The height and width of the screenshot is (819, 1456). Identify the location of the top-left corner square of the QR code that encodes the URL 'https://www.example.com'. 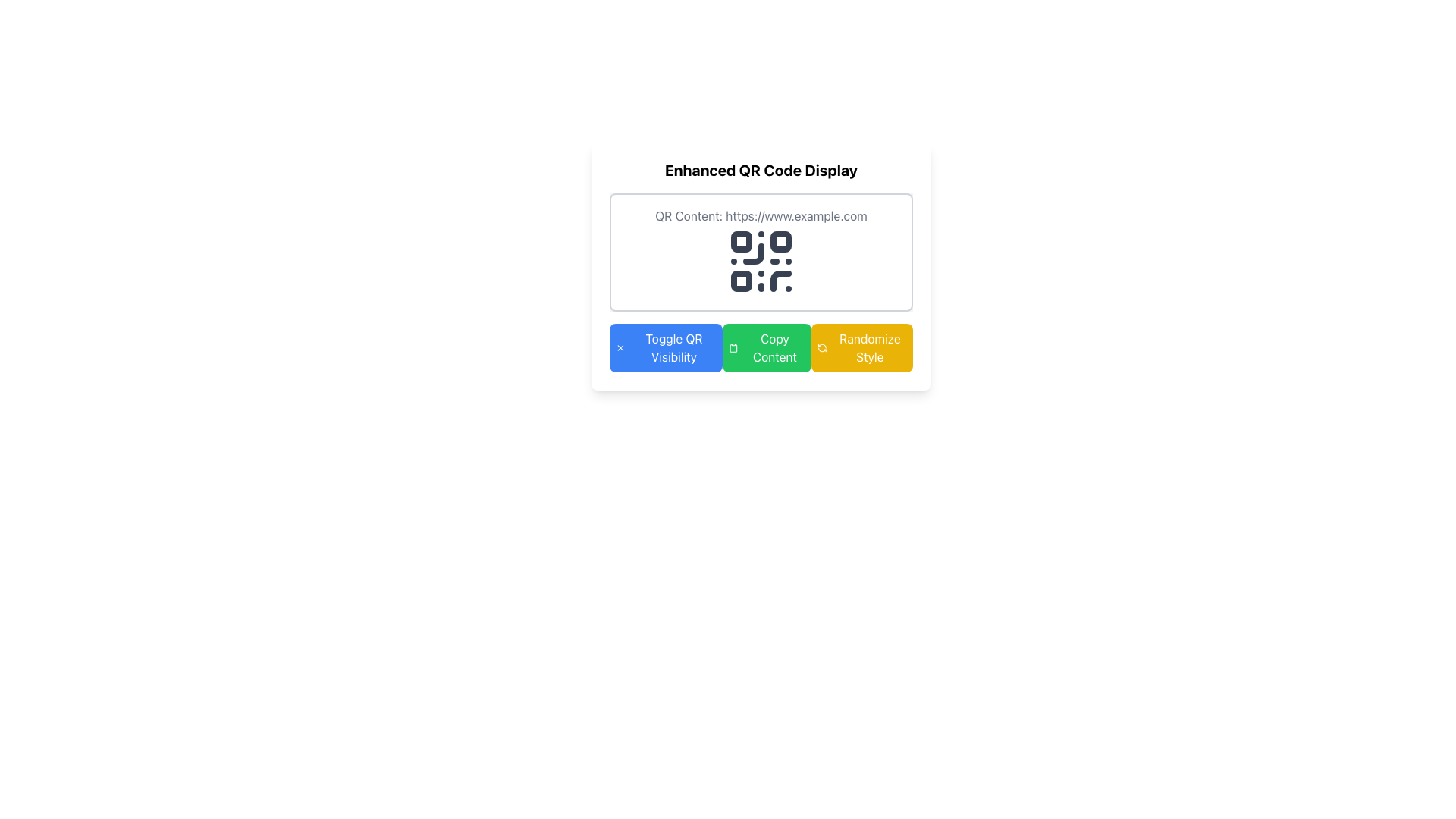
(742, 241).